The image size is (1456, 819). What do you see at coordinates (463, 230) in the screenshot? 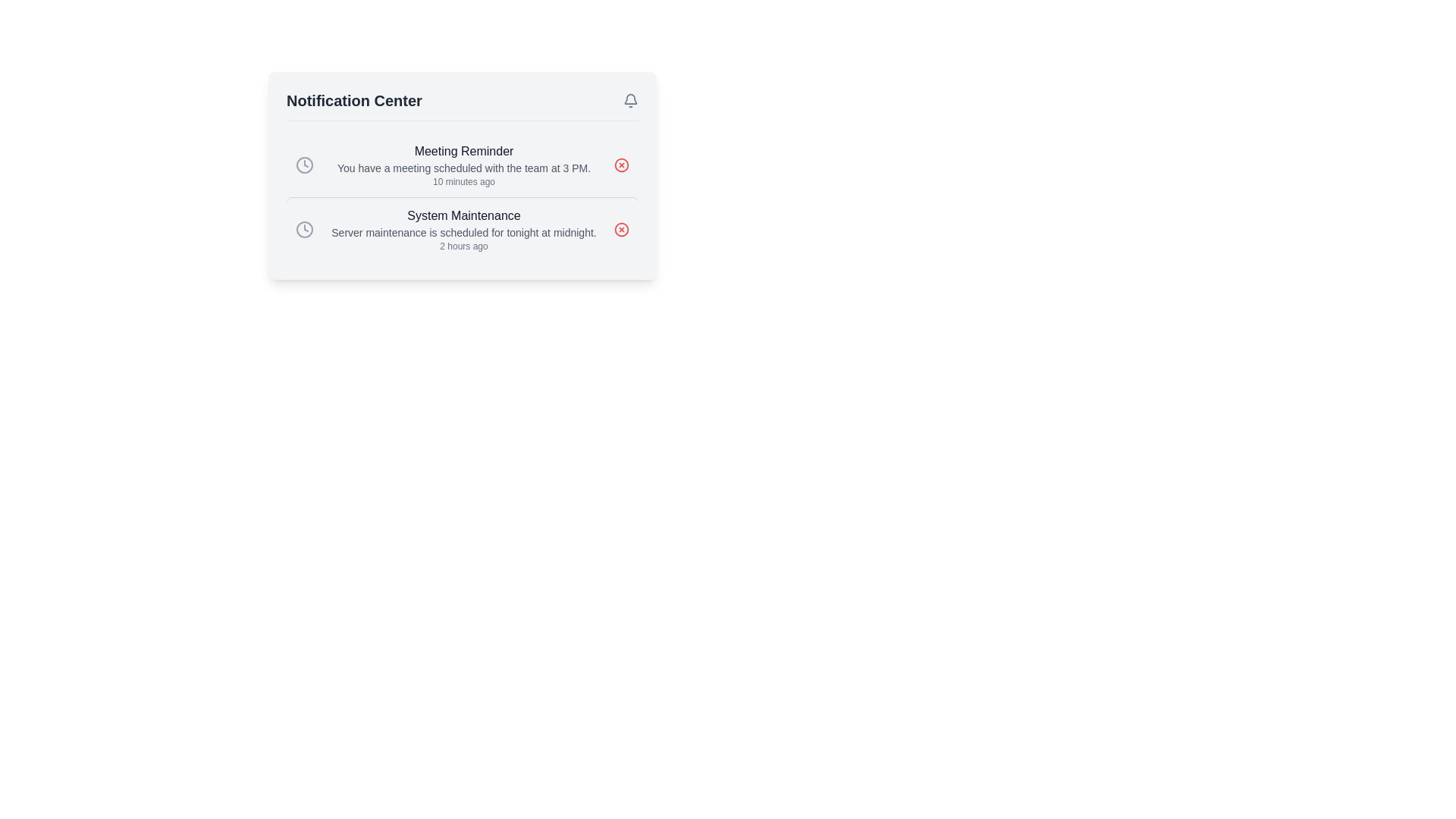
I see `information displayed in the Informational Text Block titled 'System Maintenance', which contains the description about server maintenance and the timestamp` at bounding box center [463, 230].